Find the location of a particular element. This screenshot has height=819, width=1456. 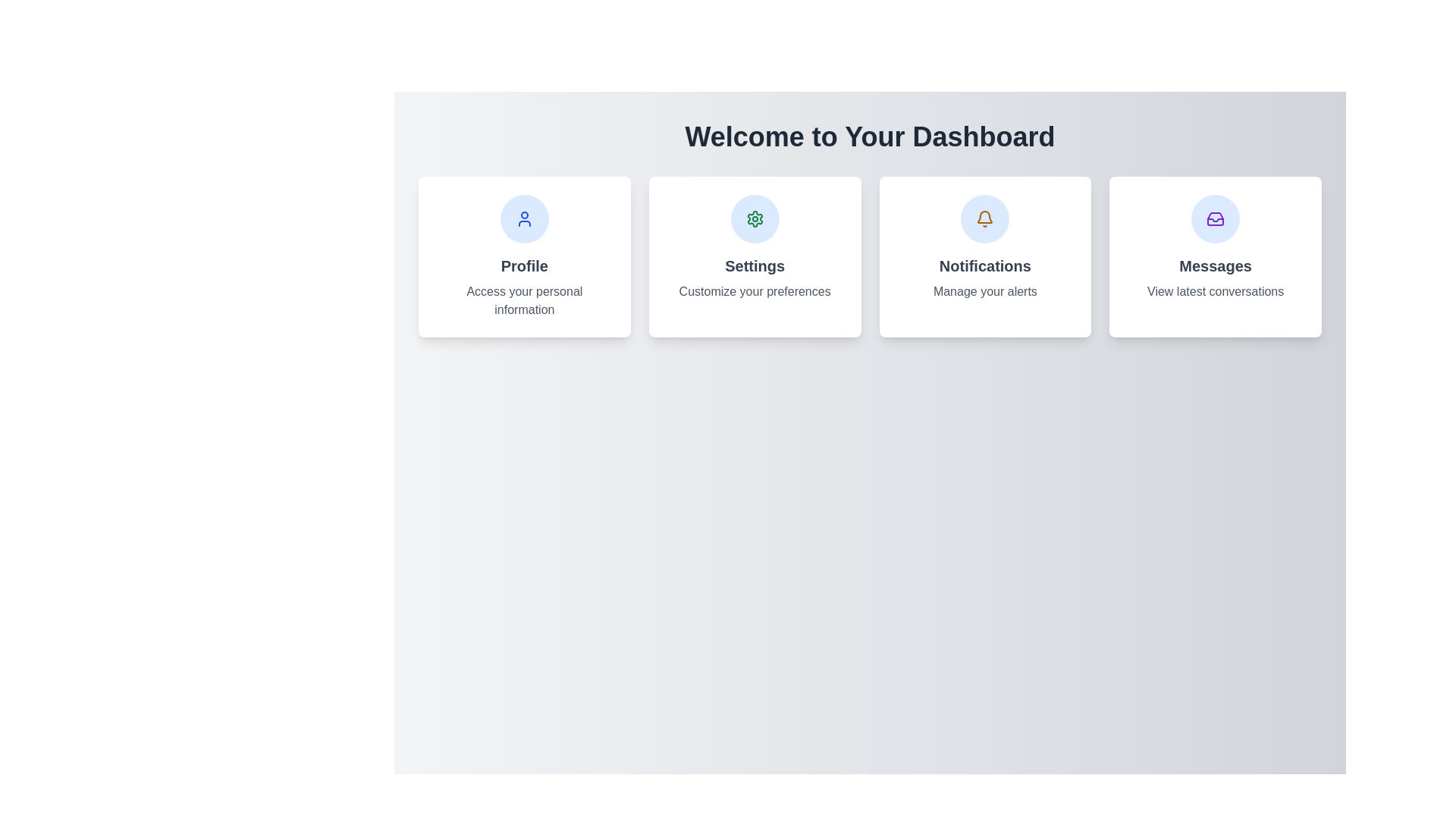

the visual representation of the 'Notifications' card located in the top part of the third card from the left under the 'Welcome to Your Dashboard' heading is located at coordinates (985, 219).